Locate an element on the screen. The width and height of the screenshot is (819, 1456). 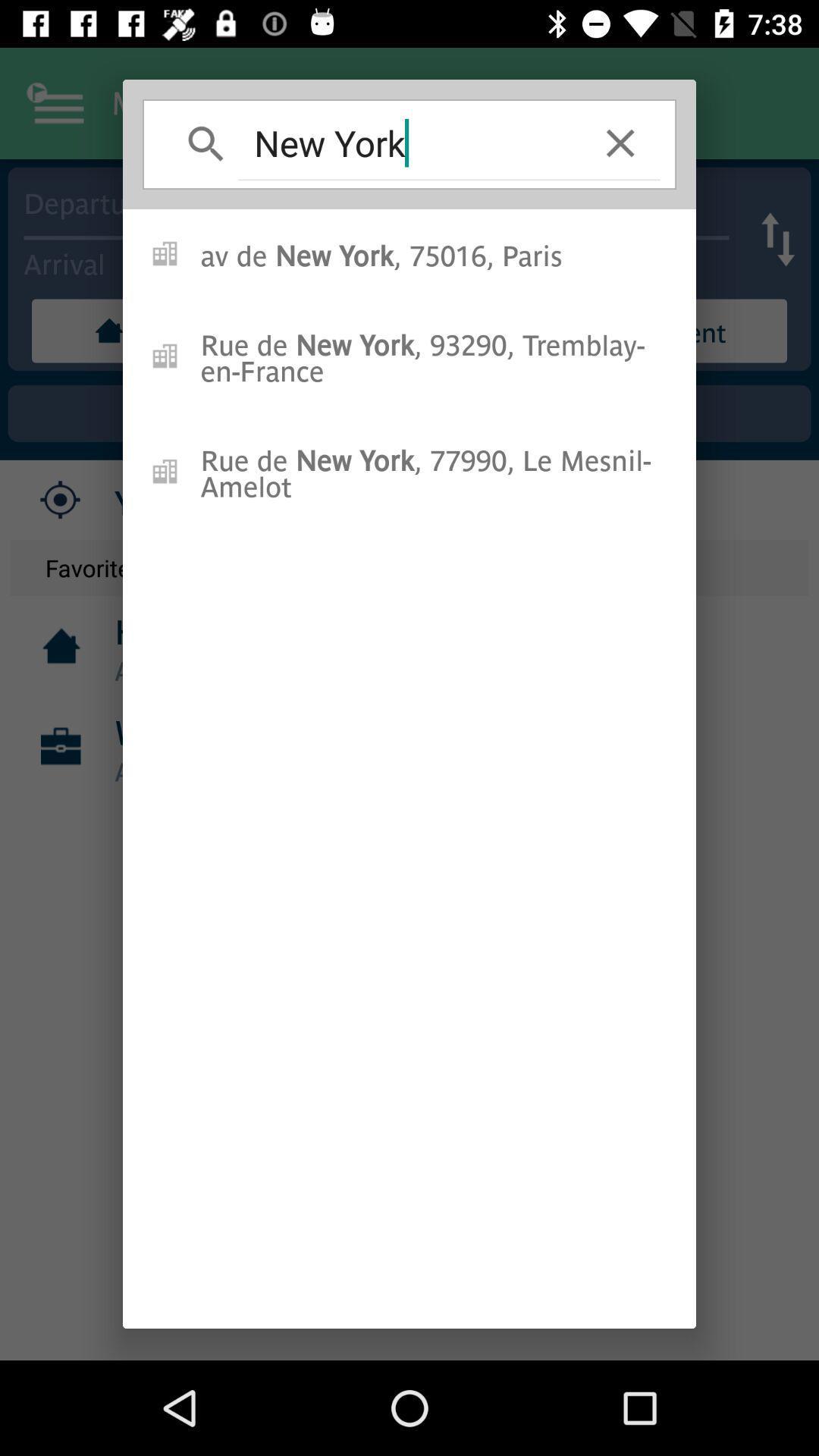
item to the right of new york is located at coordinates (620, 143).